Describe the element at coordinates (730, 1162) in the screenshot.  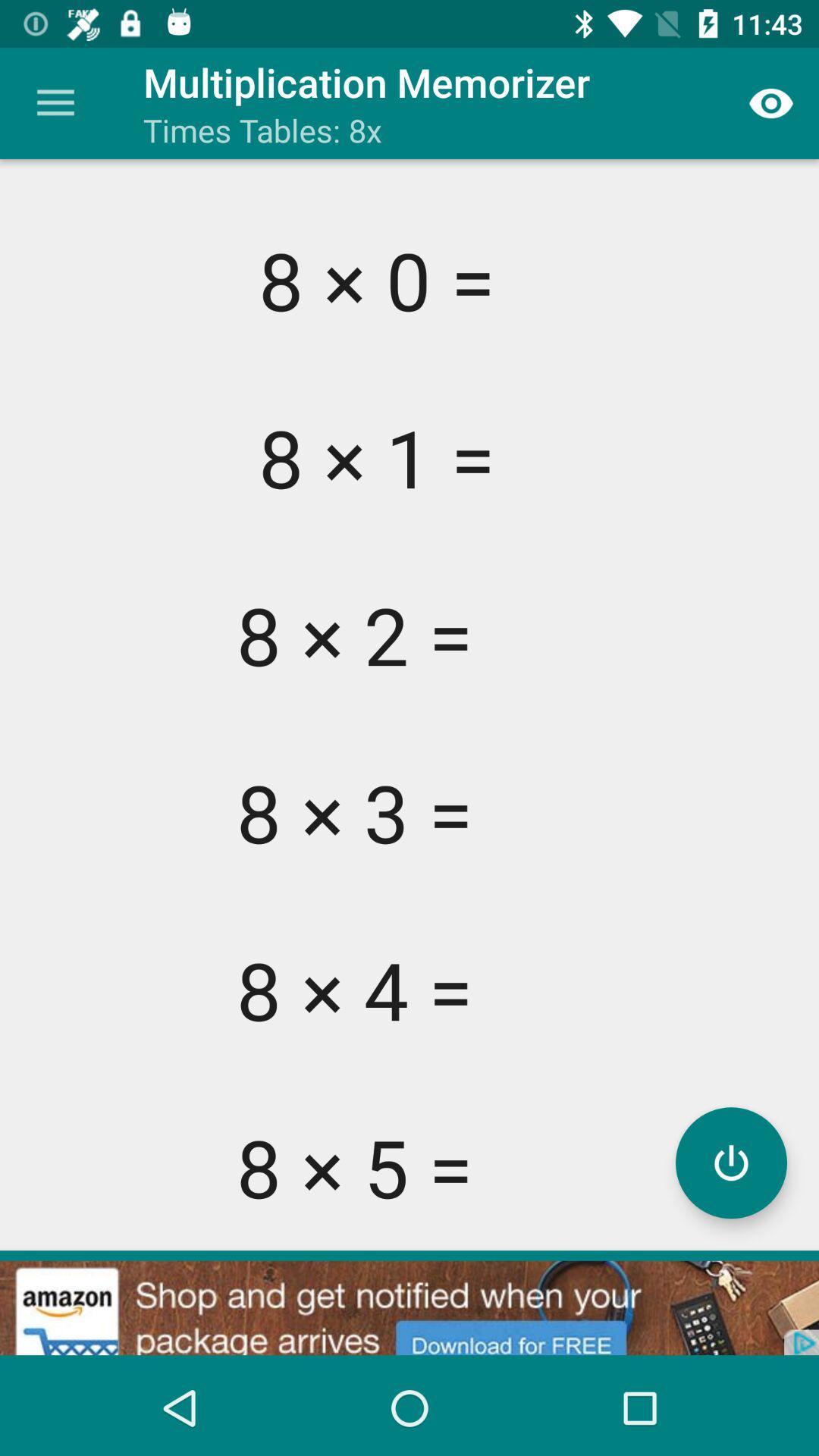
I see `power button` at that location.